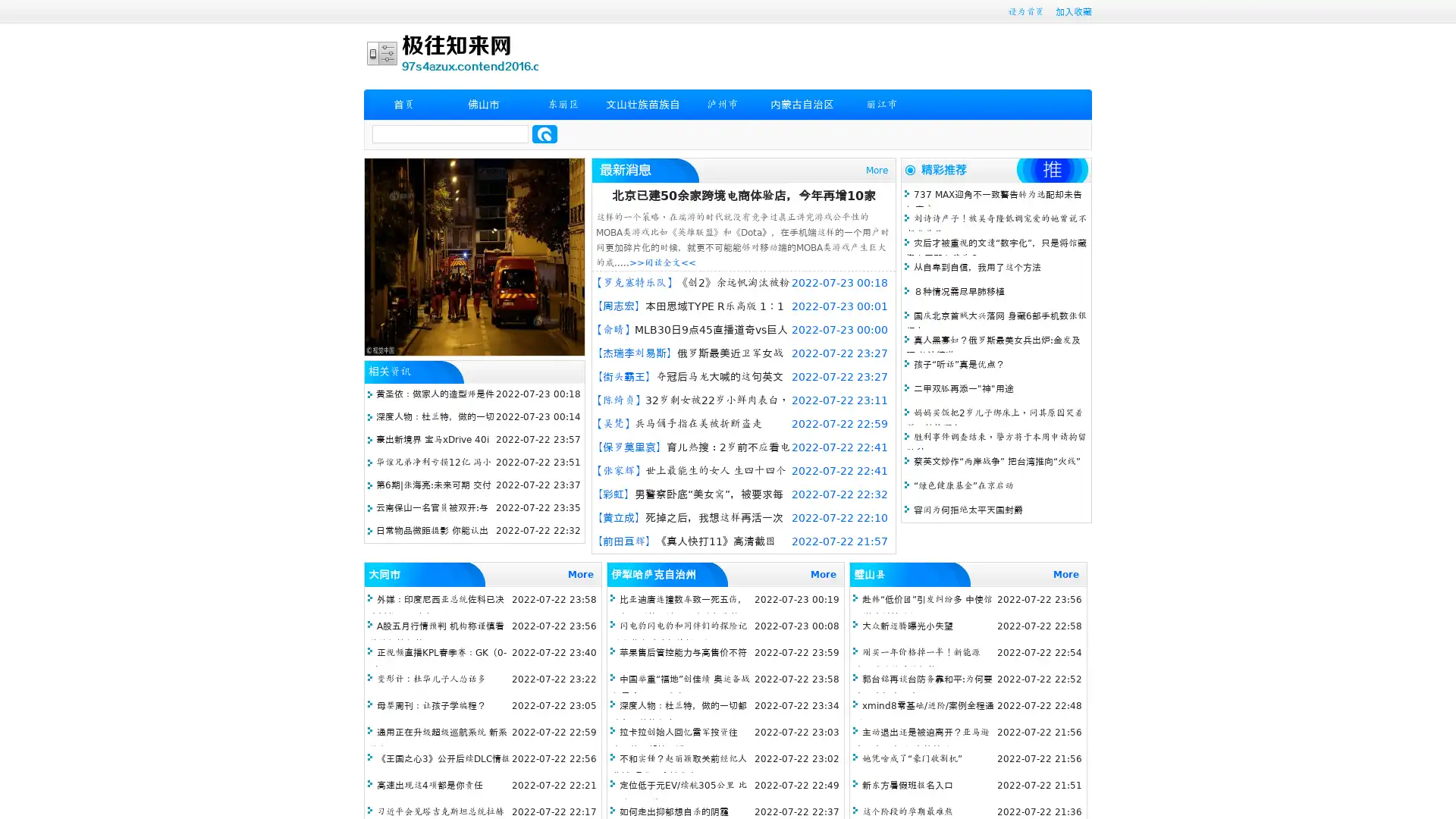 Image resolution: width=1456 pixels, height=819 pixels. I want to click on Search, so click(544, 133).